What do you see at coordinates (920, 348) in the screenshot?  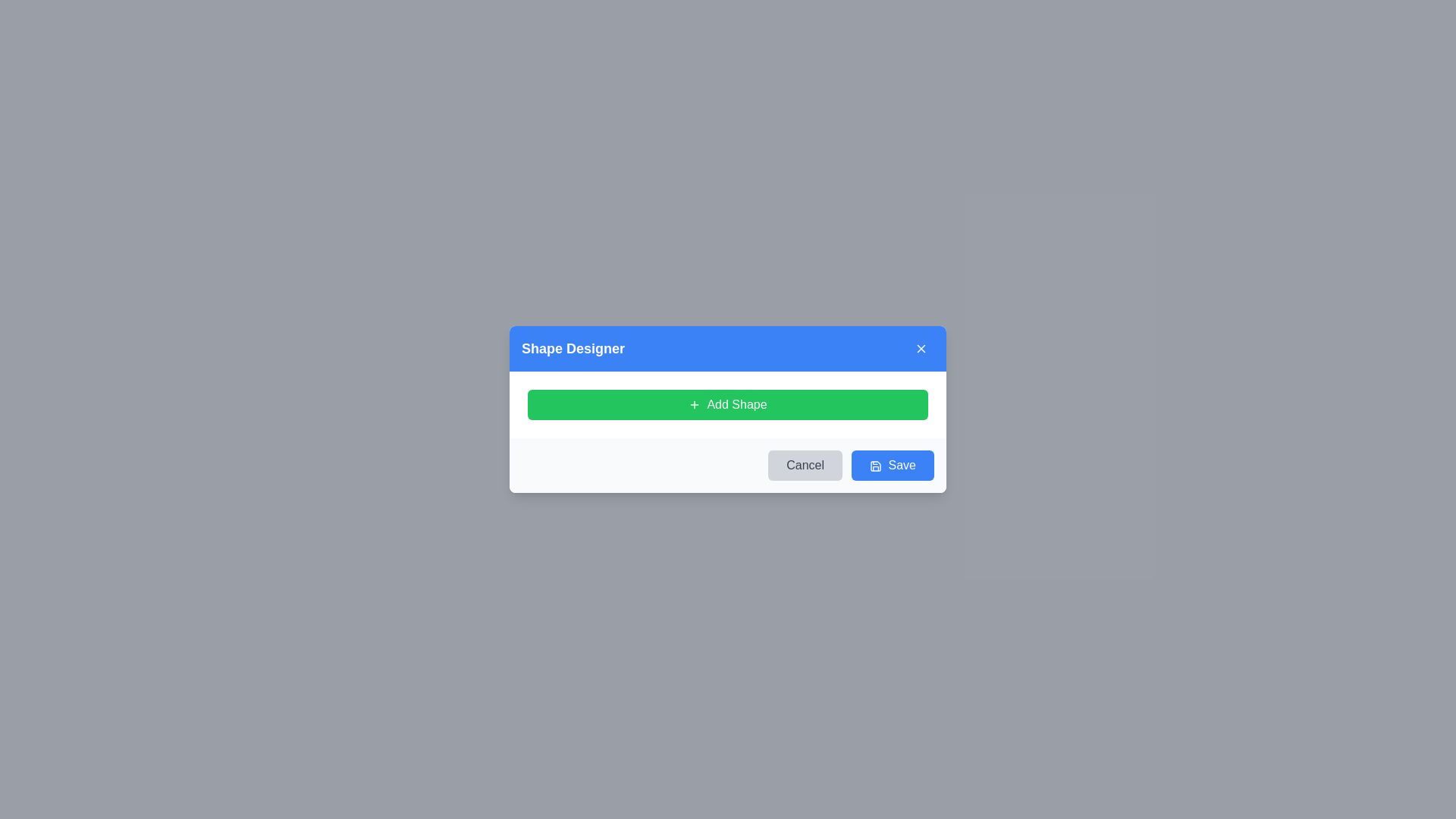 I see `the close button located at the top-right corner of the 'Shape Designer' dialog` at bounding box center [920, 348].